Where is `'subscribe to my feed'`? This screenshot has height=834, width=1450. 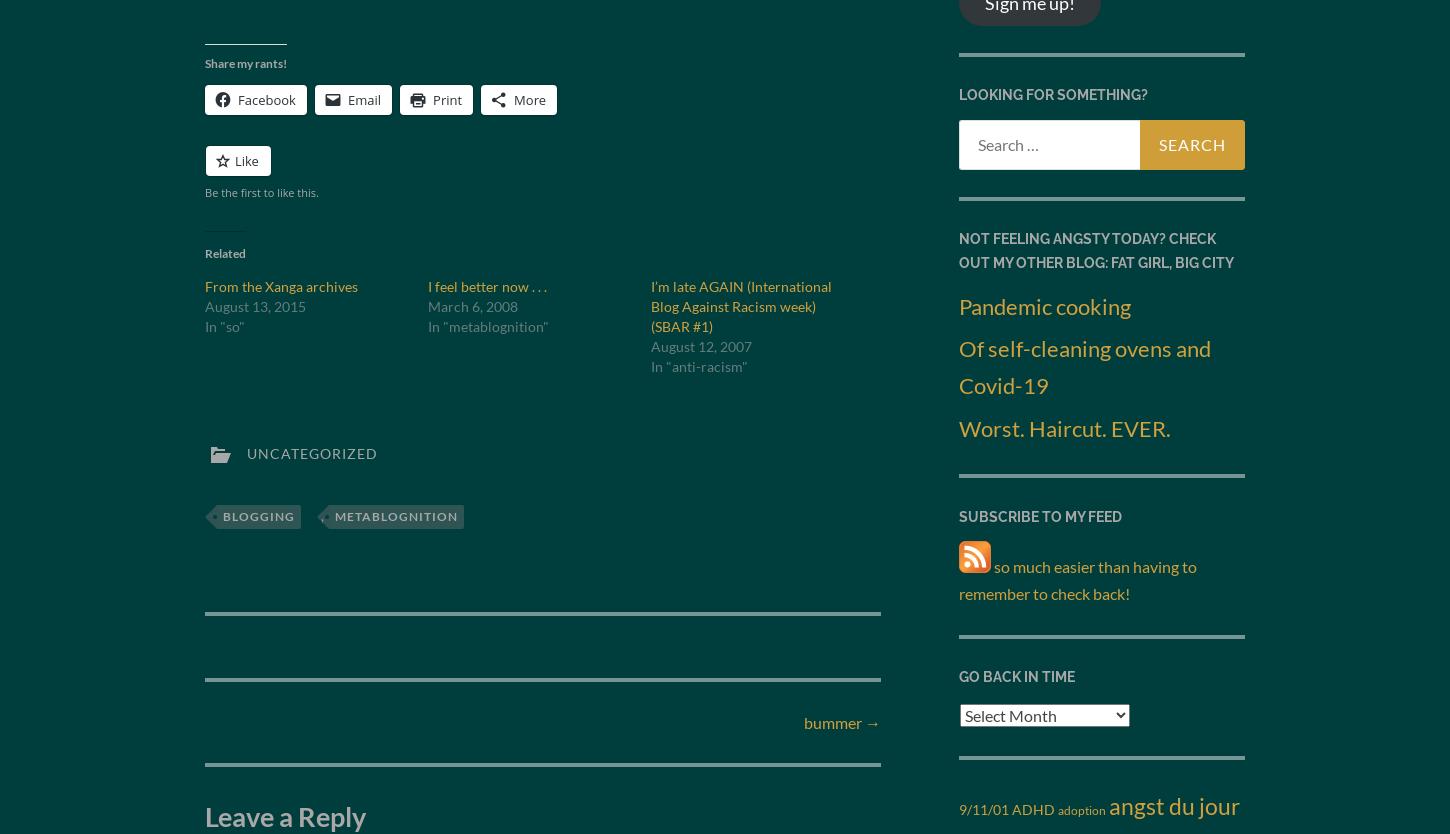
'subscribe to my feed' is located at coordinates (1040, 514).